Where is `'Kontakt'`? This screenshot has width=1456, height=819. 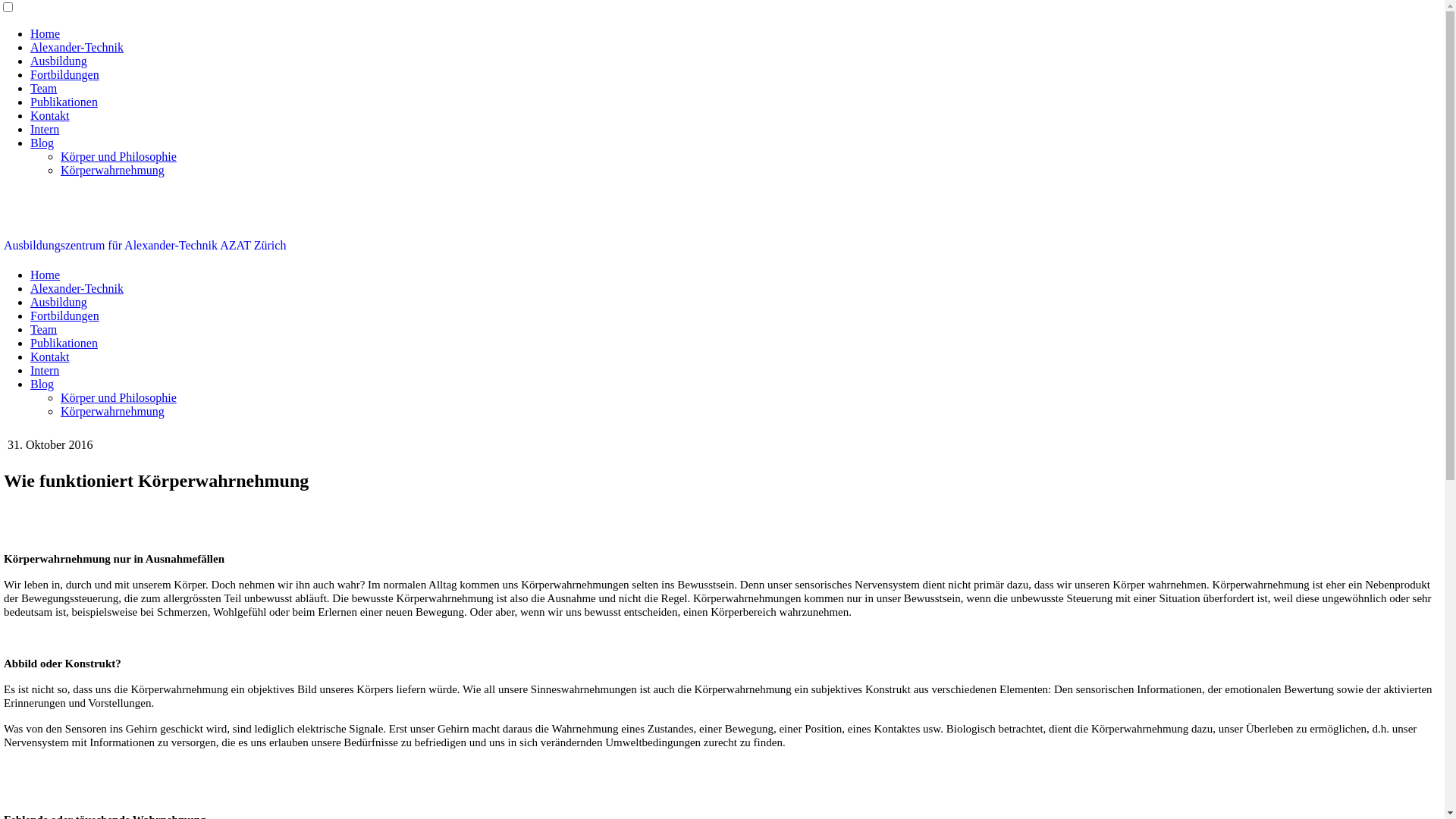
'Kontakt' is located at coordinates (50, 356).